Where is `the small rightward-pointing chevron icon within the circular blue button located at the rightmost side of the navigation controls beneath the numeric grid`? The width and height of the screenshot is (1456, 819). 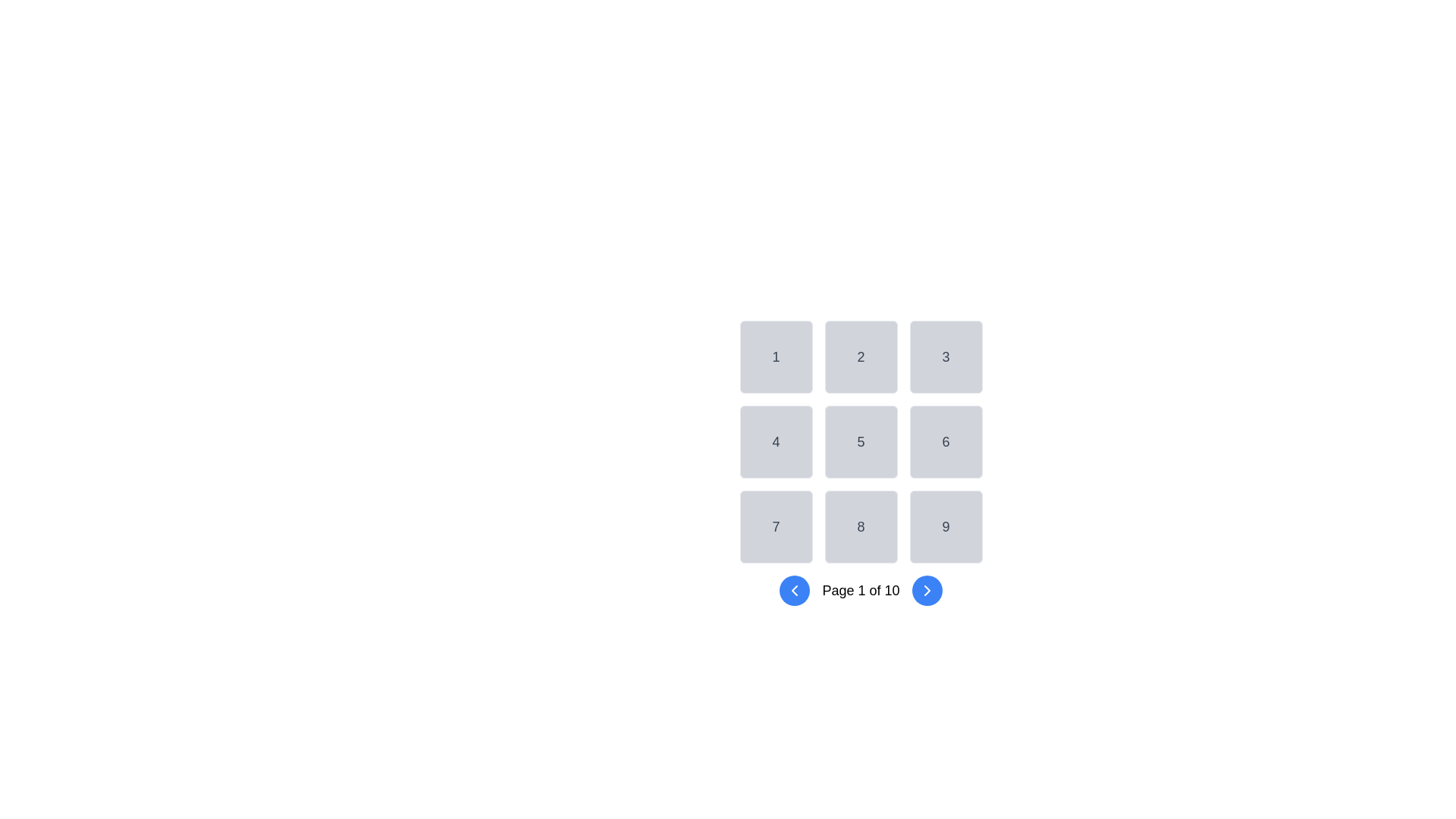 the small rightward-pointing chevron icon within the circular blue button located at the rightmost side of the navigation controls beneath the numeric grid is located at coordinates (926, 590).